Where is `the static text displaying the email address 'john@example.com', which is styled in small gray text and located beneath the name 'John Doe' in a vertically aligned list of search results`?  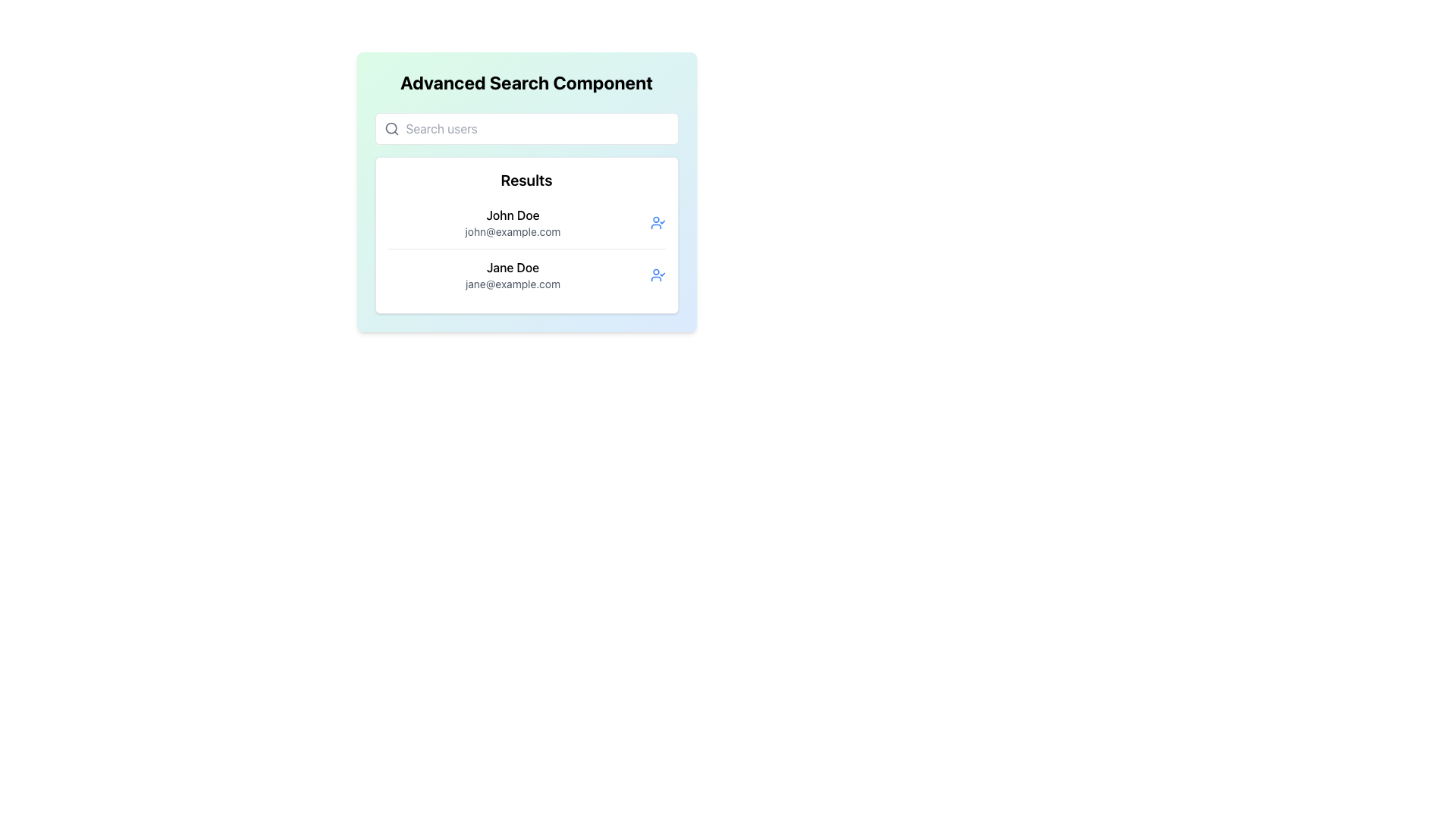 the static text displaying the email address 'john@example.com', which is styled in small gray text and located beneath the name 'John Doe' in a vertically aligned list of search results is located at coordinates (513, 231).